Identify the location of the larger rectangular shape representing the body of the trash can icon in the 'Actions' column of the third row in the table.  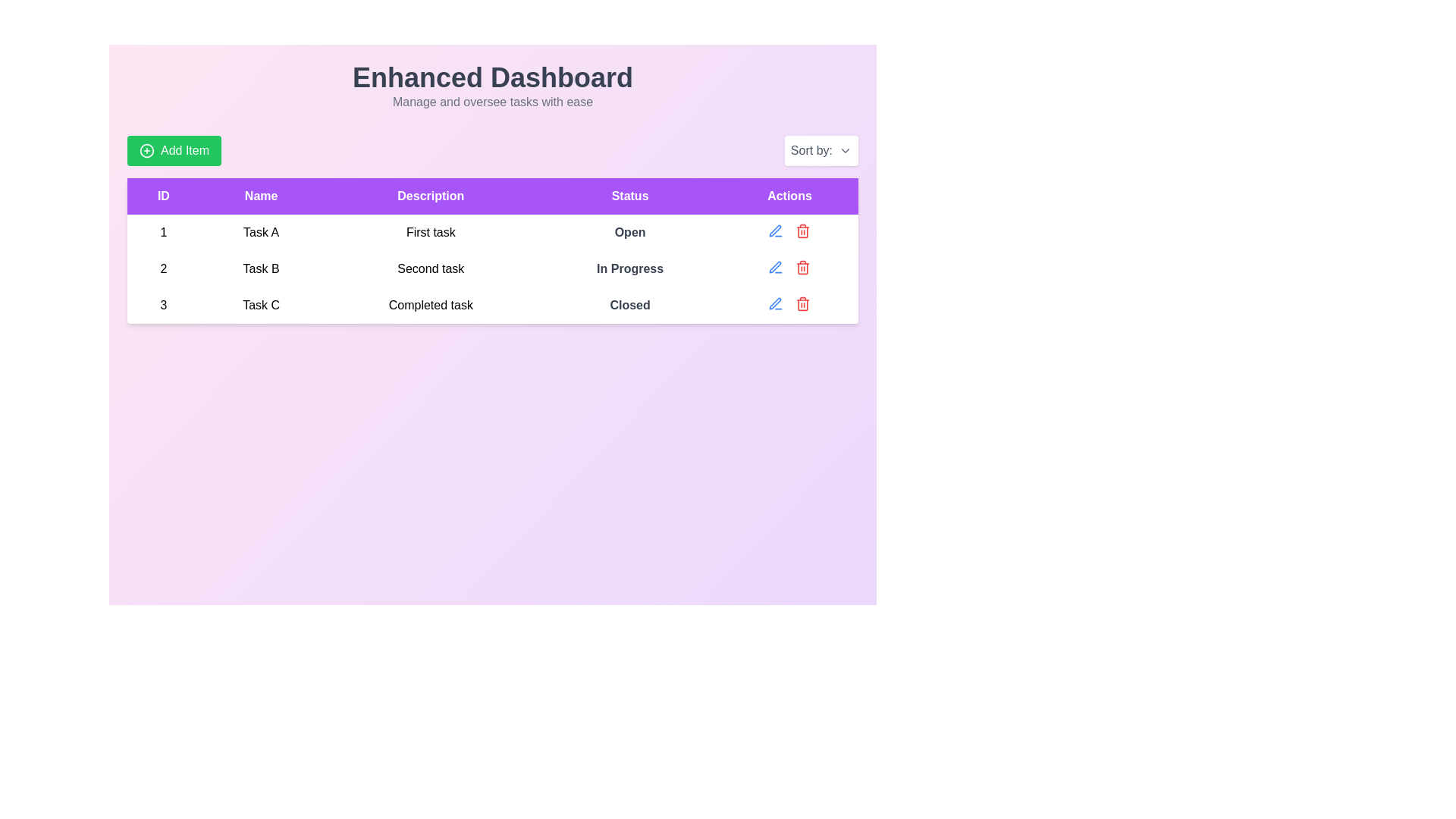
(802, 305).